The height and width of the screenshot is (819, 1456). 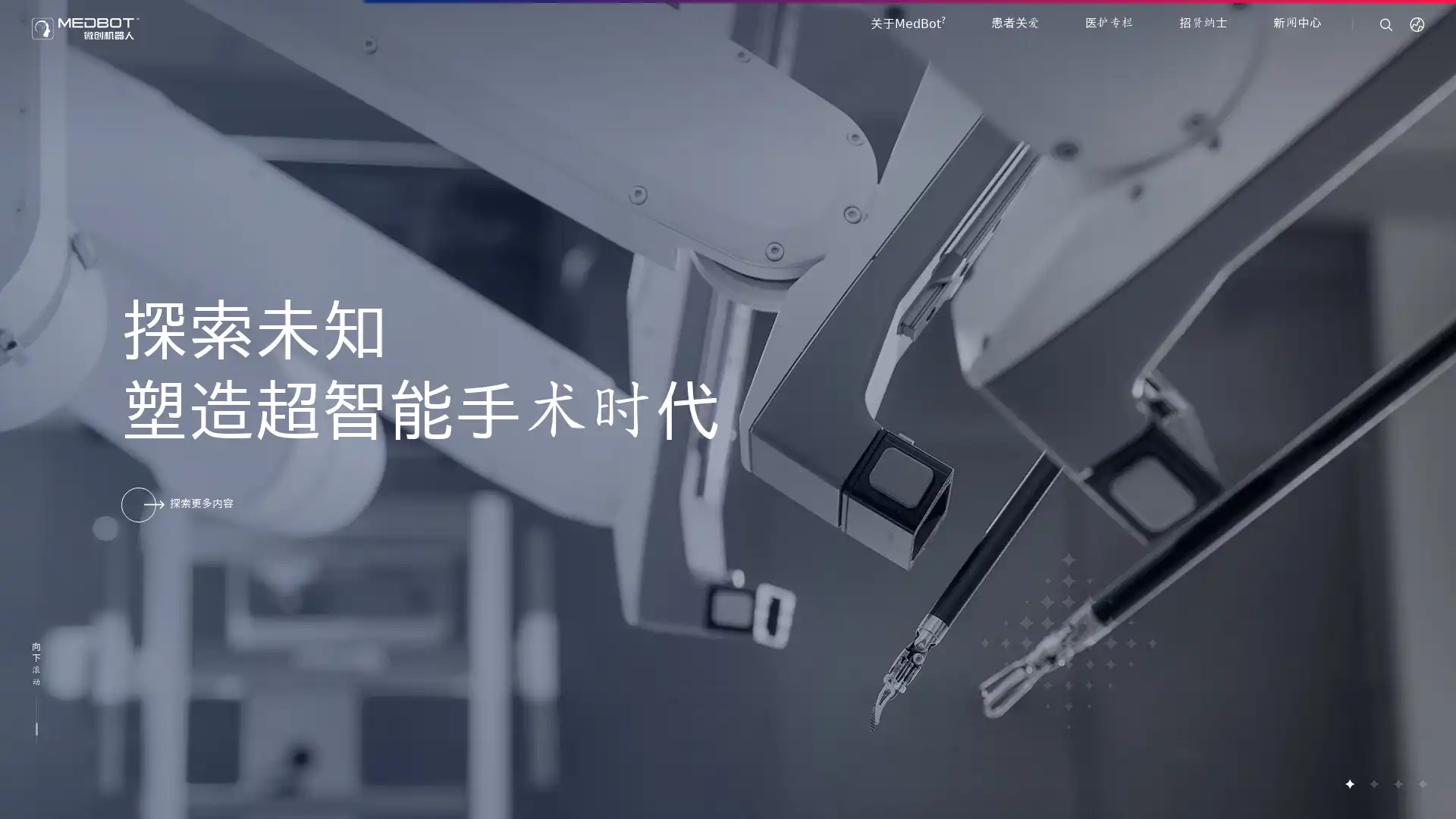 What do you see at coordinates (1397, 783) in the screenshot?
I see `Go to slide 3` at bounding box center [1397, 783].